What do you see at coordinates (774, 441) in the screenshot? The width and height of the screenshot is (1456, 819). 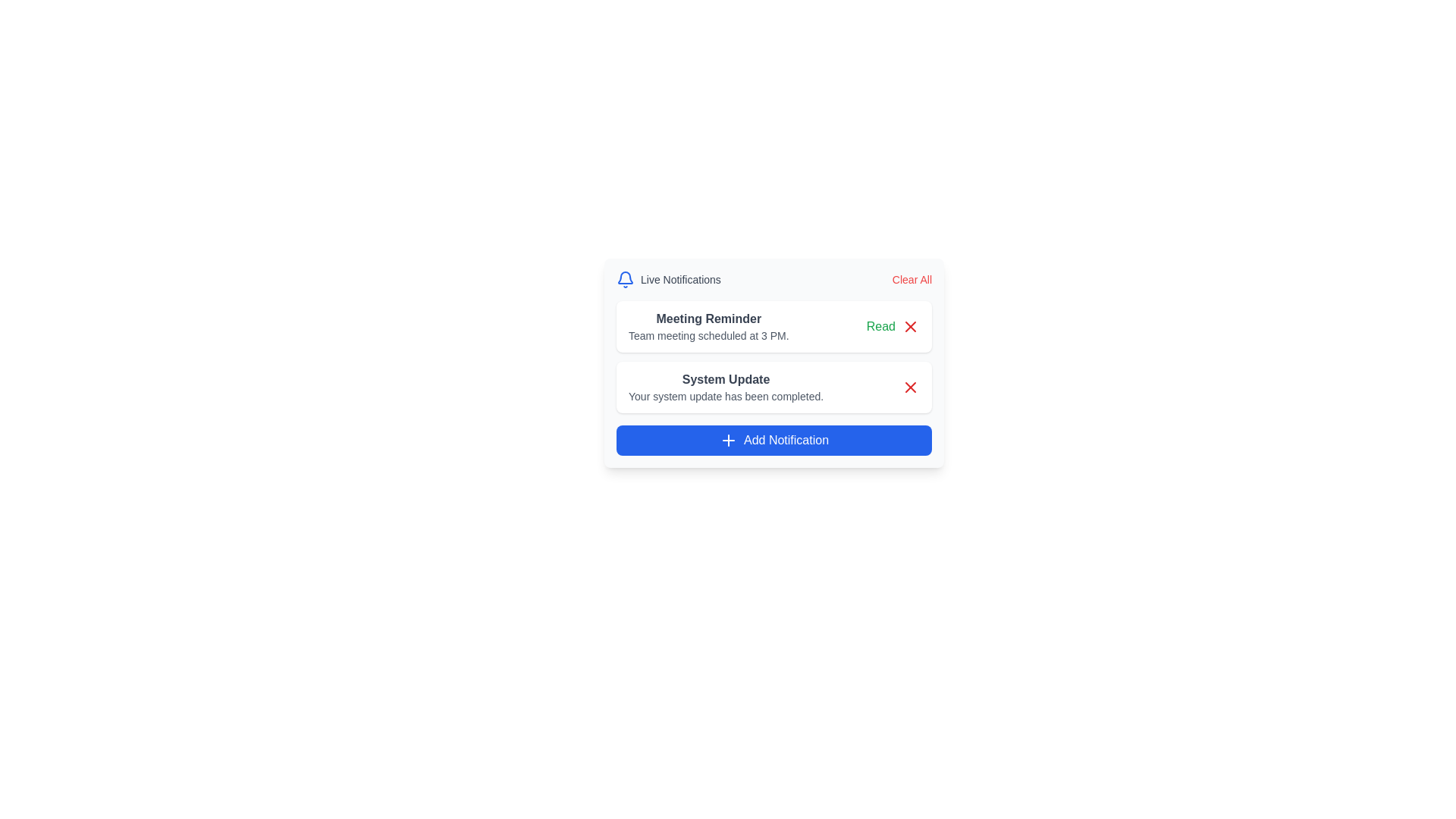 I see `the button that adds a new notification, located at the bottom of the notification list, to observe a color change` at bounding box center [774, 441].